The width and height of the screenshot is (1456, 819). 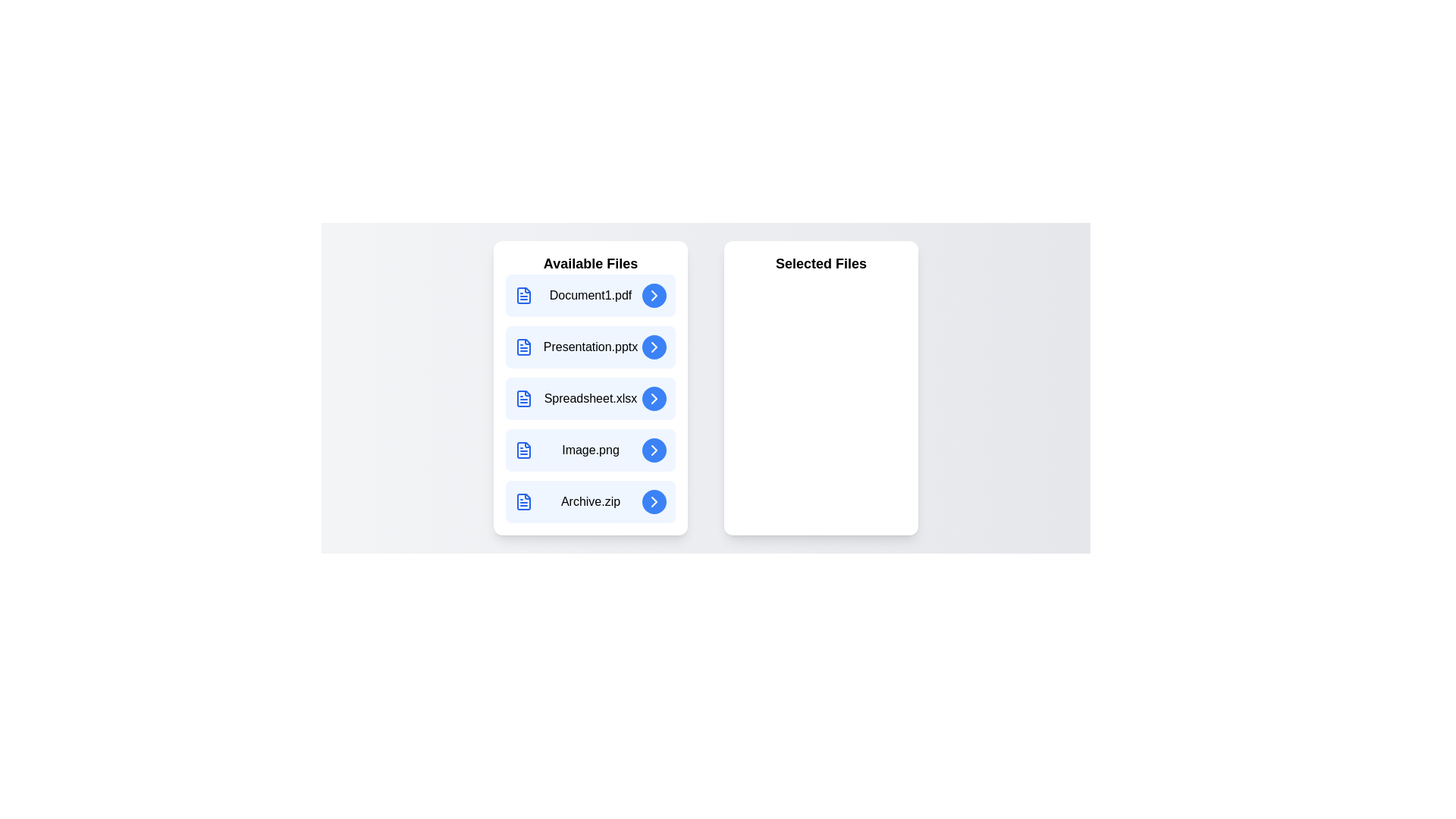 What do you see at coordinates (654, 295) in the screenshot?
I see `right arrow button next to the file Document1.pdf in the 'Available Files' list to assign it to the 'Selected Files' list` at bounding box center [654, 295].